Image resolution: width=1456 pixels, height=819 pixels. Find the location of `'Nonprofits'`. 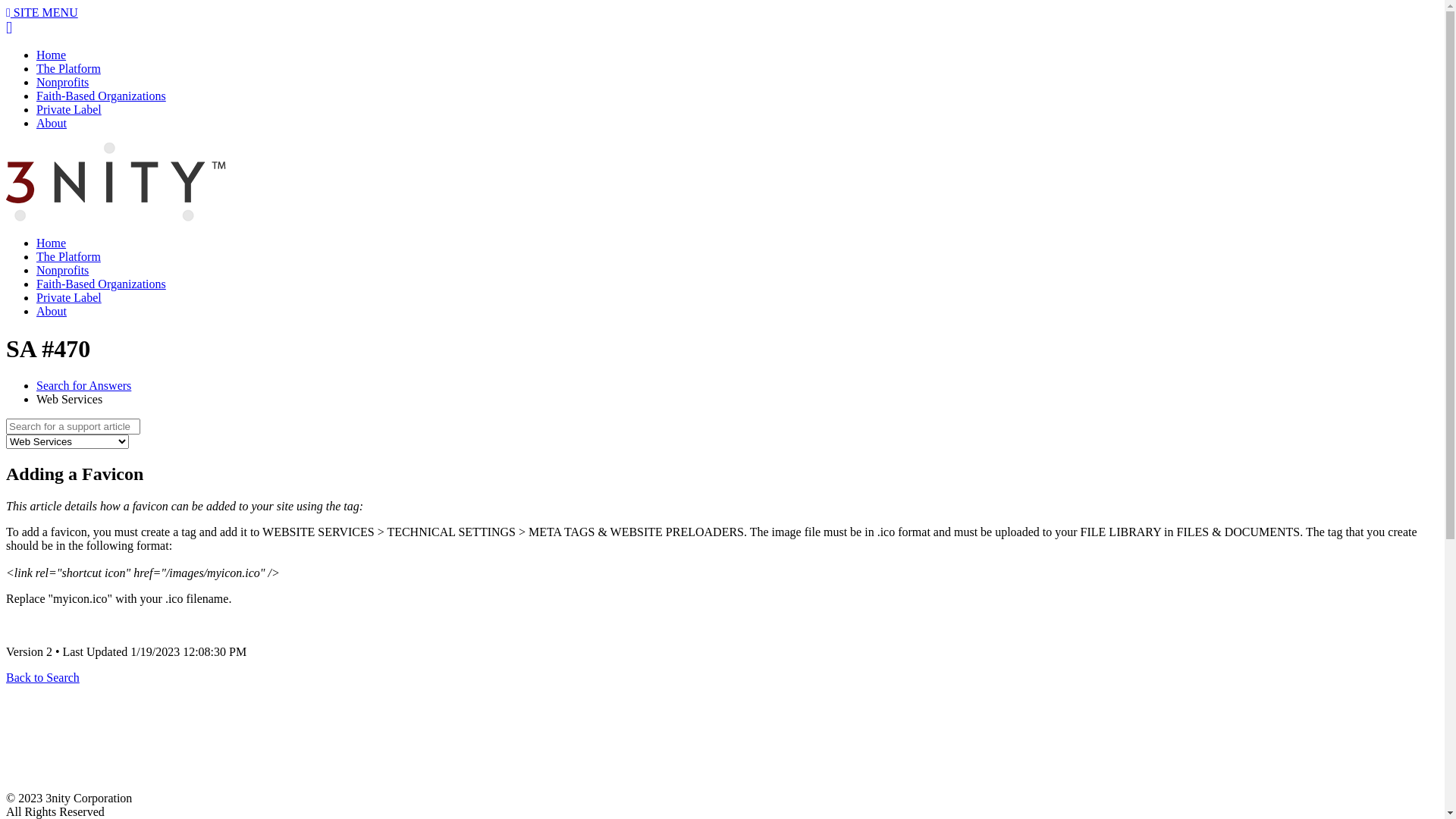

'Nonprofits' is located at coordinates (61, 269).